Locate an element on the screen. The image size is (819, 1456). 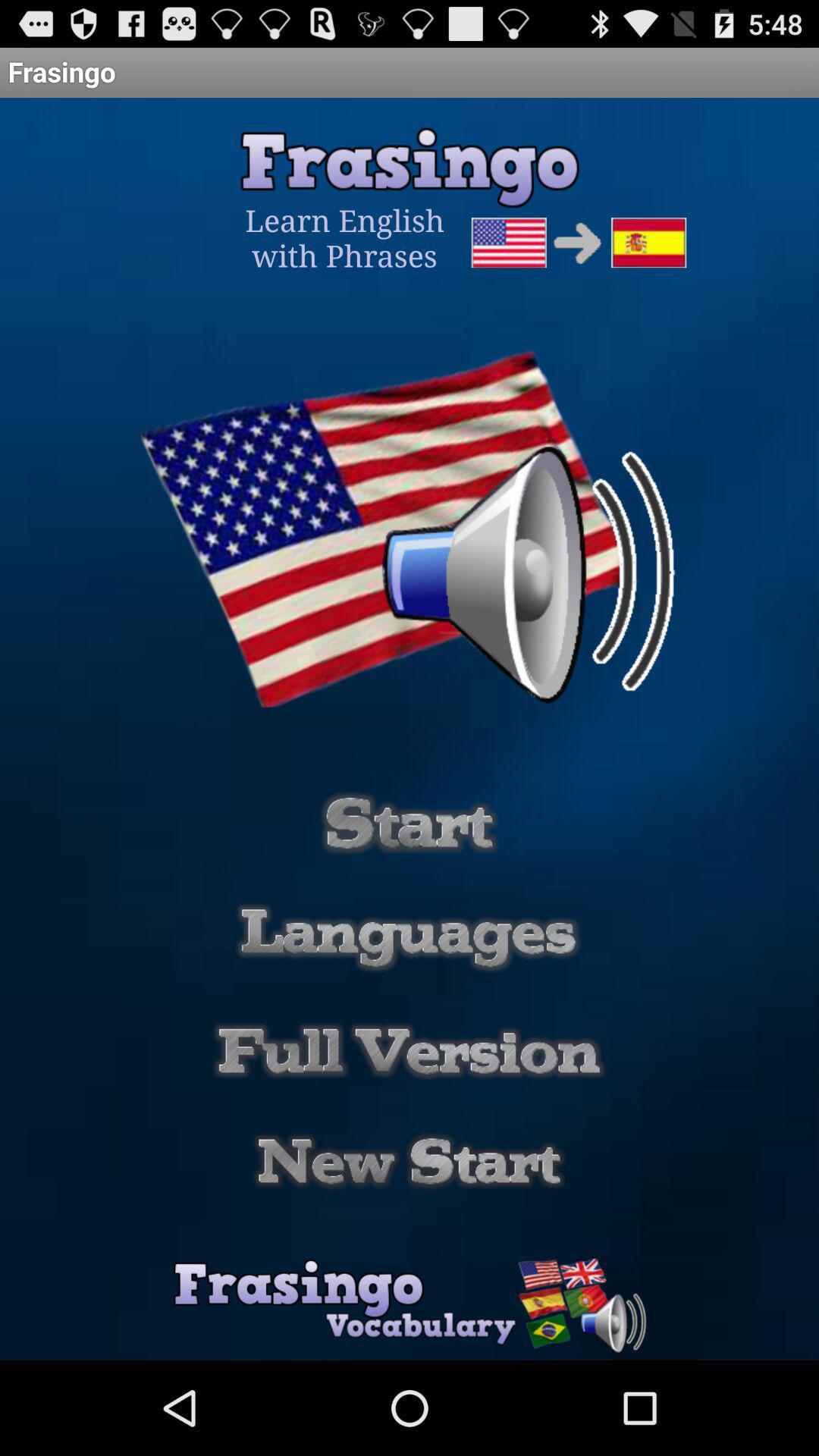
full version is located at coordinates (409, 1050).